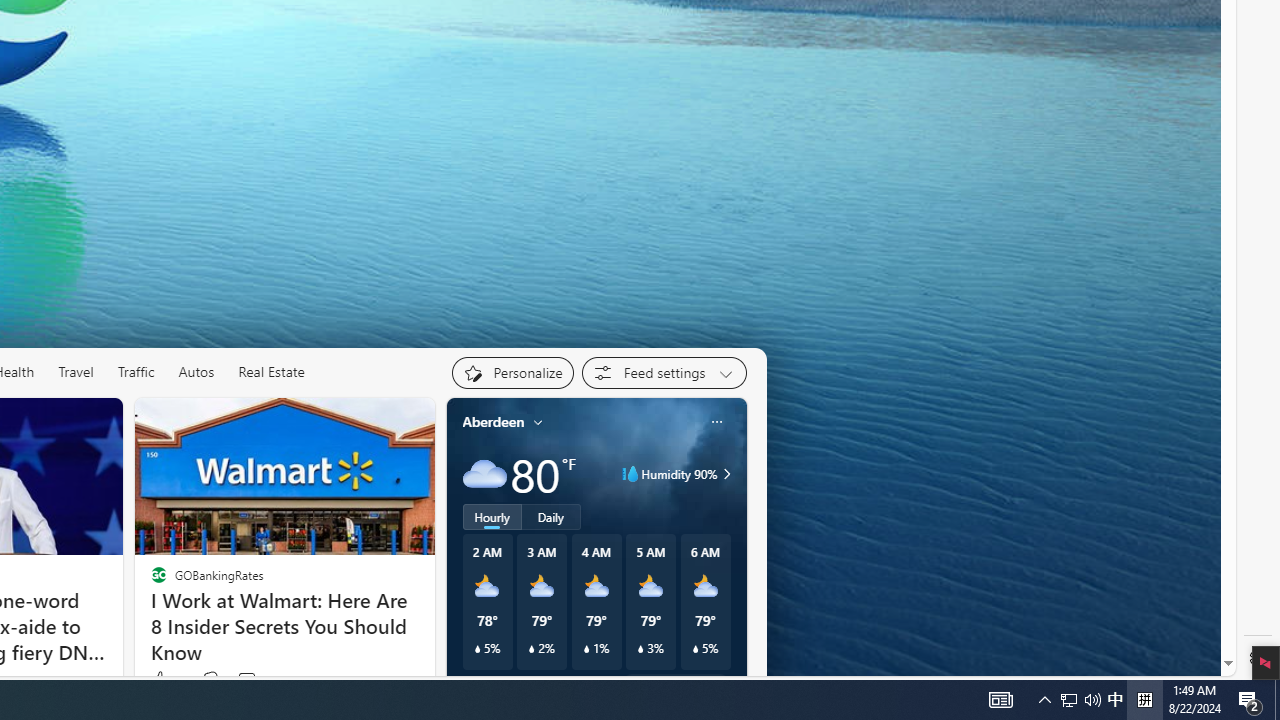  I want to click on 'My location', so click(538, 420).